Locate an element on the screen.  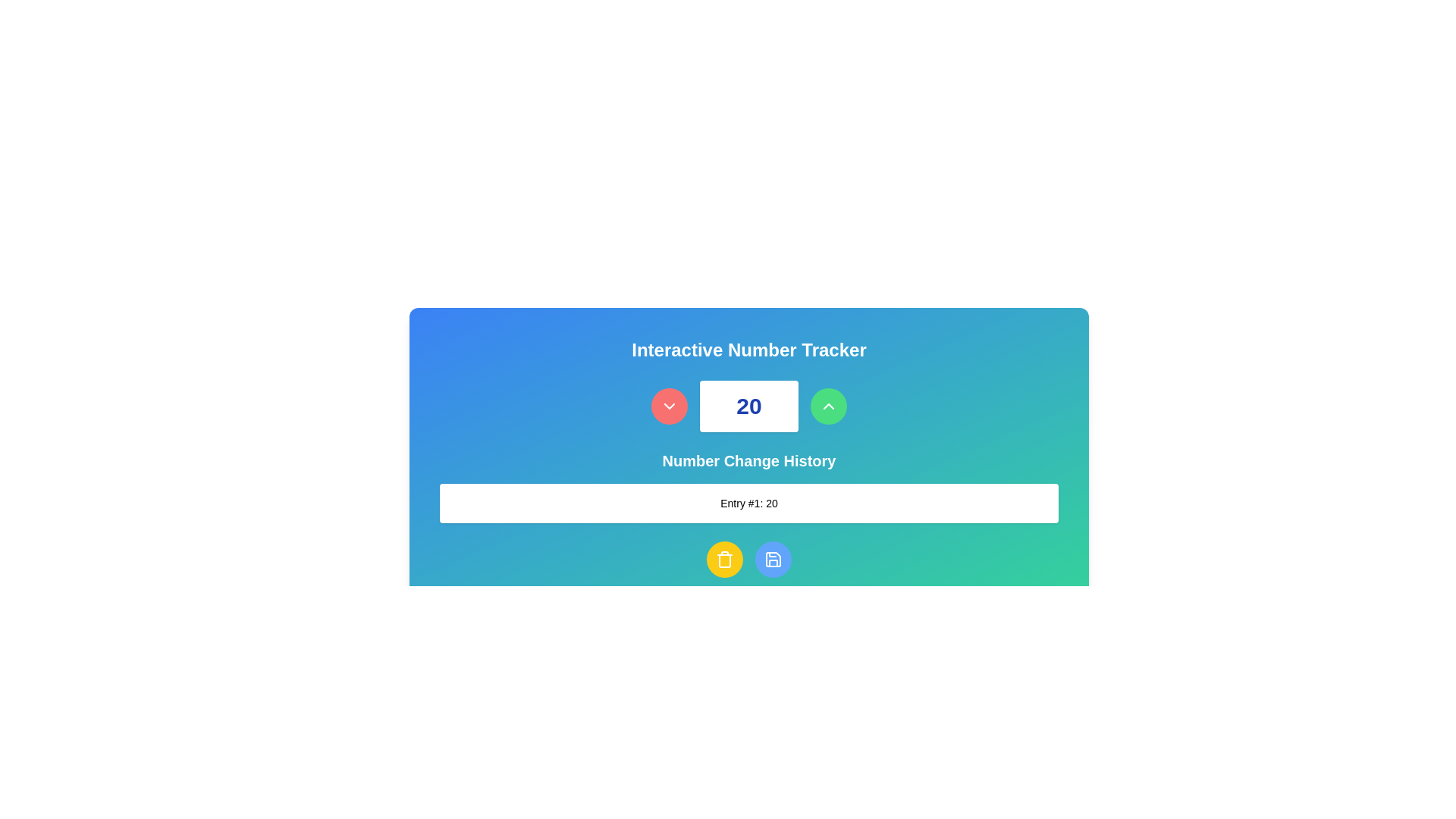
the header text label that indicates the history of changes to a number, which is centrally aligned and positioned below the numerical tracker component is located at coordinates (749, 460).